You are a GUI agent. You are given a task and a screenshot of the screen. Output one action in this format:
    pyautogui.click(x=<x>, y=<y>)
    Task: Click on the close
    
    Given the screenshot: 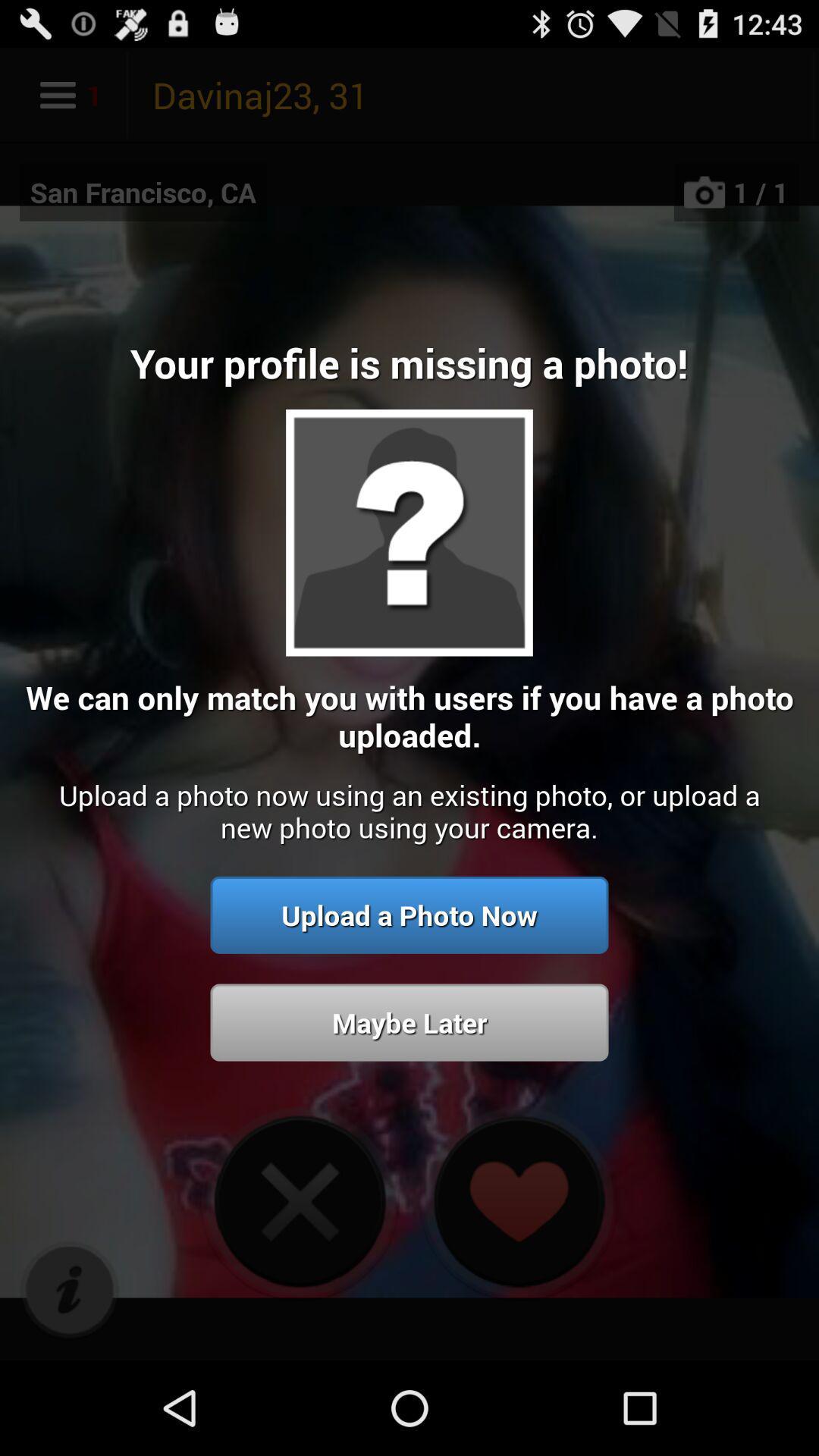 What is the action you would take?
    pyautogui.click(x=300, y=1200)
    